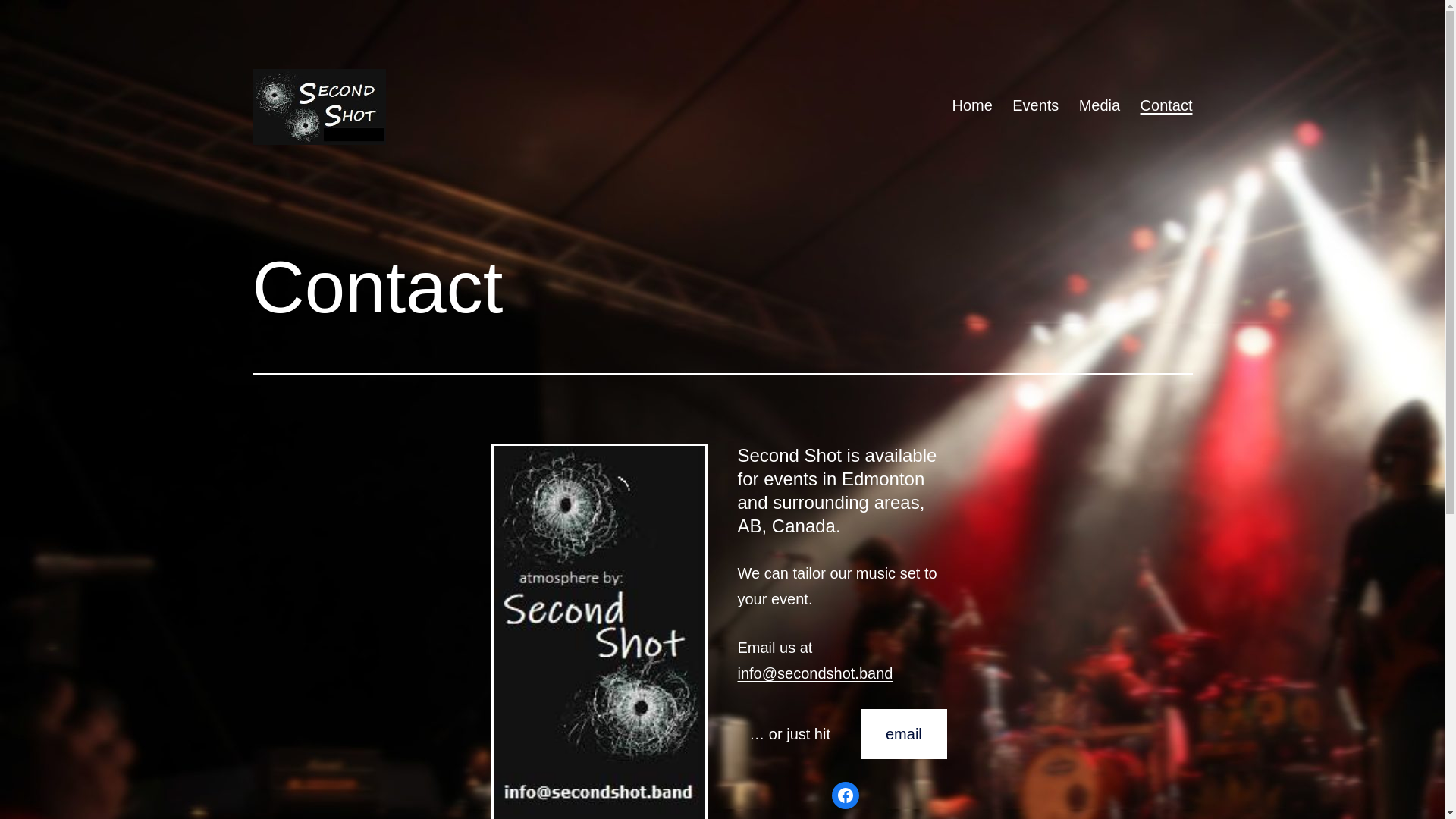 The height and width of the screenshot is (819, 1456). Describe the element at coordinates (814, 672) in the screenshot. I see `'info@secondshot.band'` at that location.